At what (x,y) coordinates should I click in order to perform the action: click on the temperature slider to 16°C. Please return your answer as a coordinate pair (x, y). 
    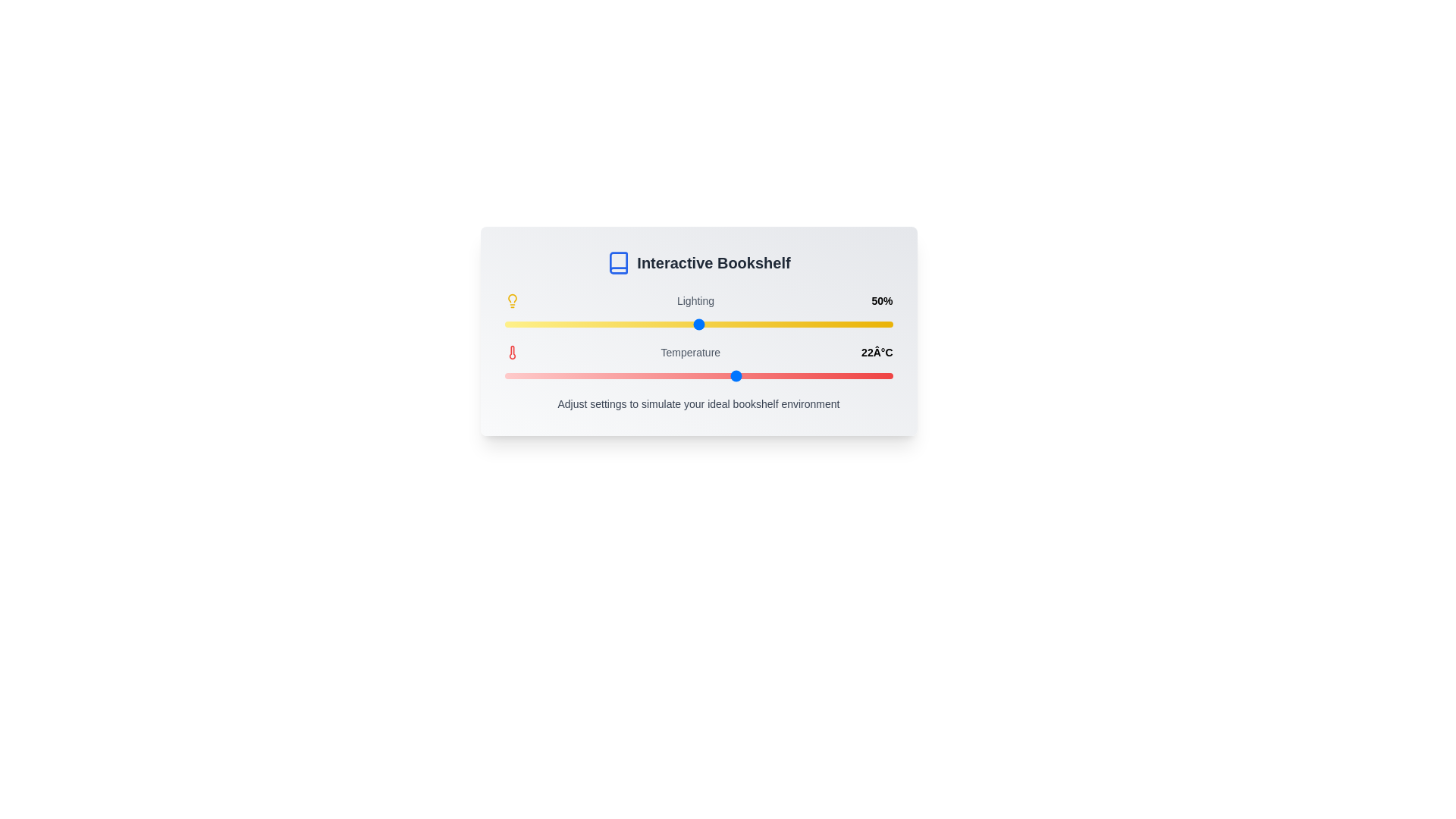
    Looking at the image, I should click on (621, 375).